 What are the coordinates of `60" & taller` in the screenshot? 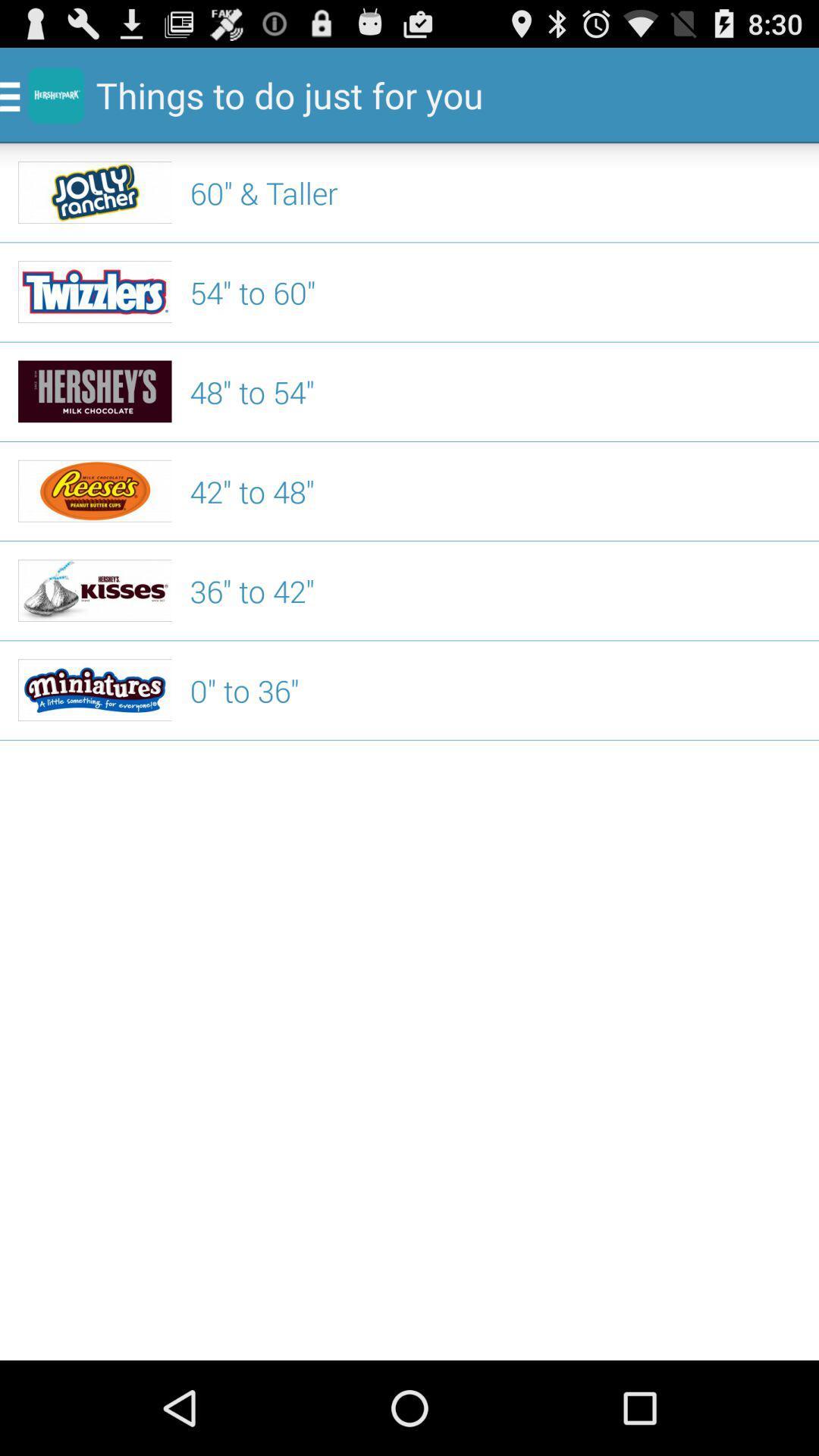 It's located at (495, 192).